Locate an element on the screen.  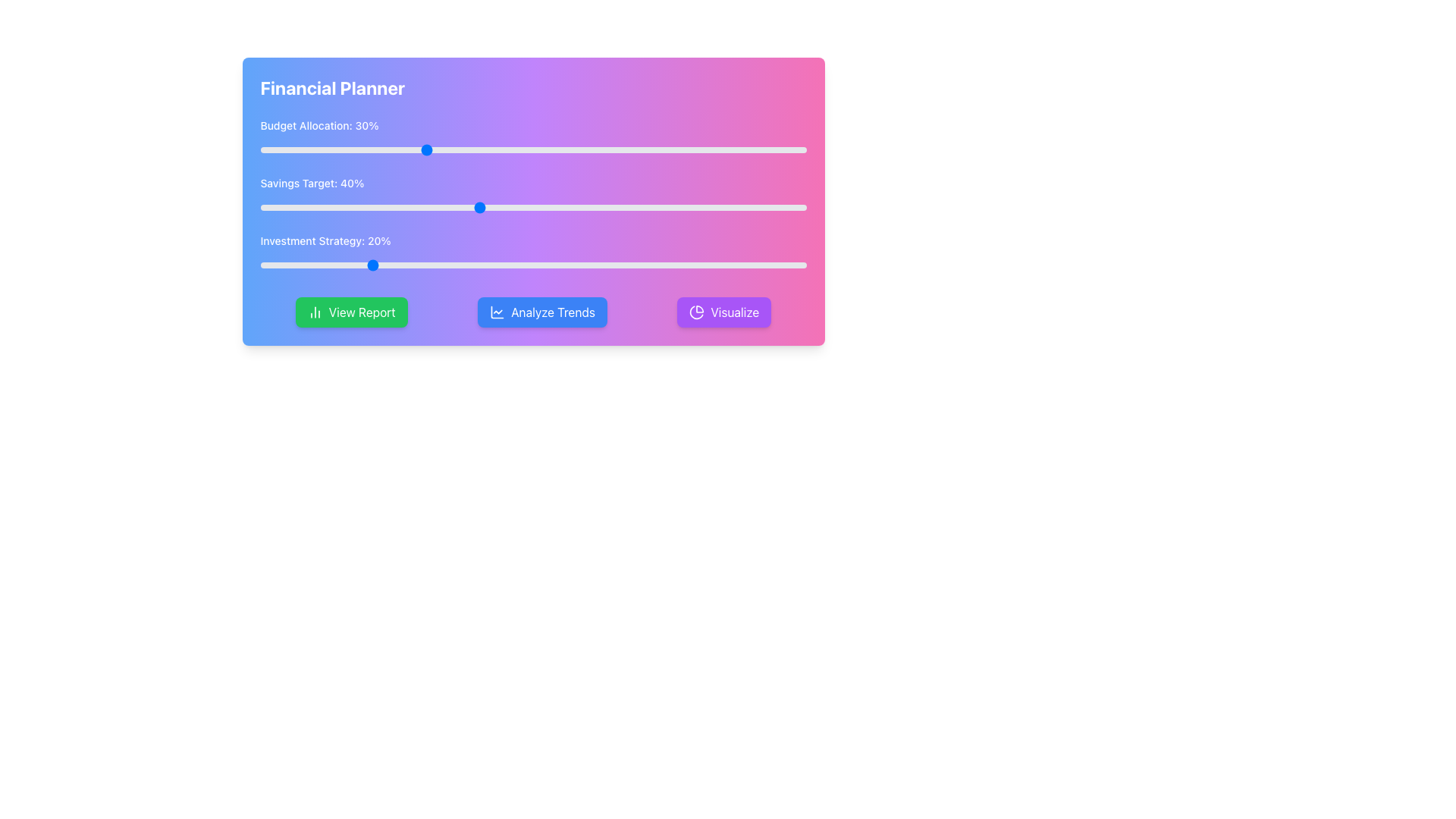
the slider value is located at coordinates (528, 149).